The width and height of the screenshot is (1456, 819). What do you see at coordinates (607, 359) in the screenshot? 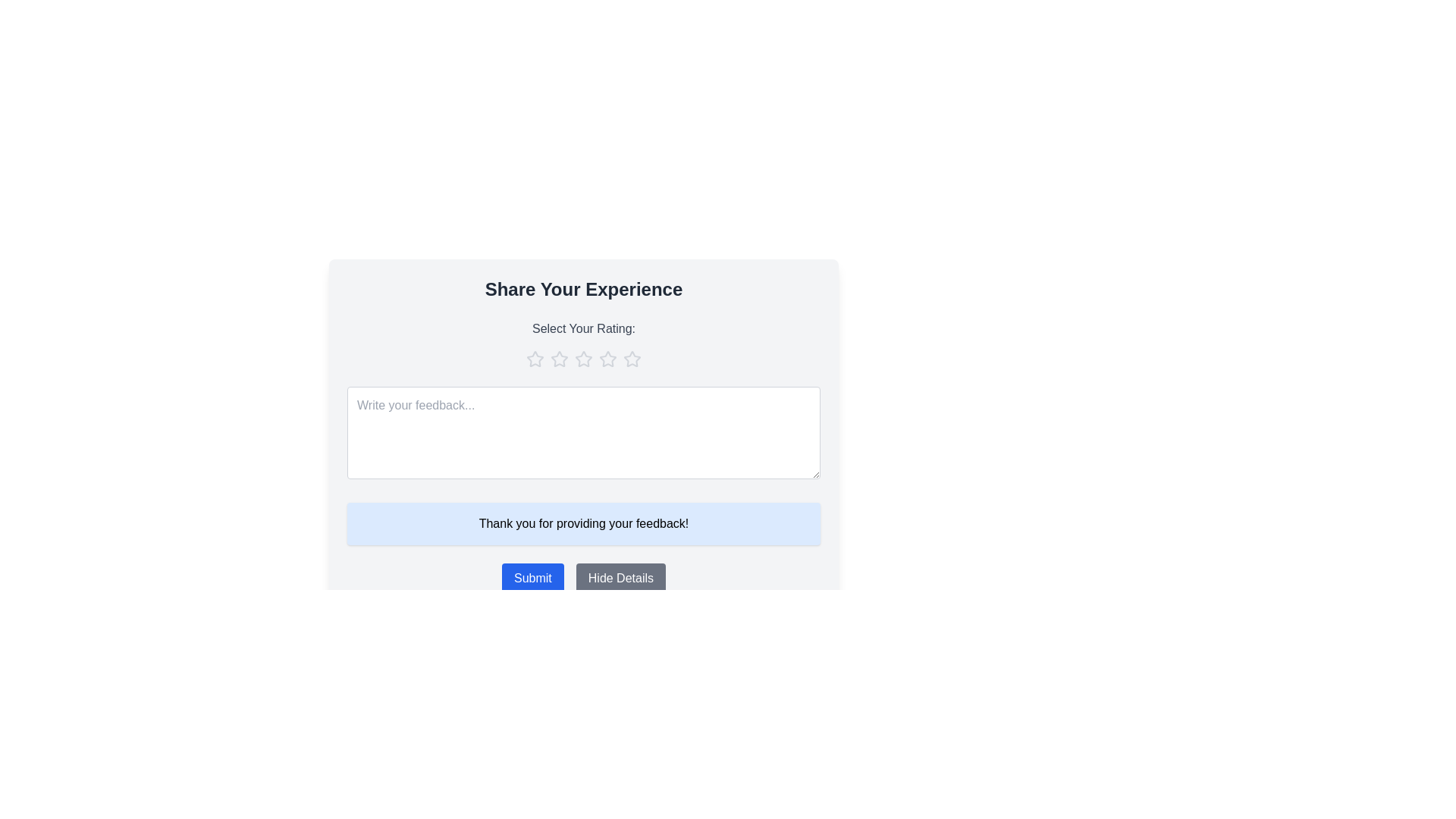
I see `the fourth star` at bounding box center [607, 359].